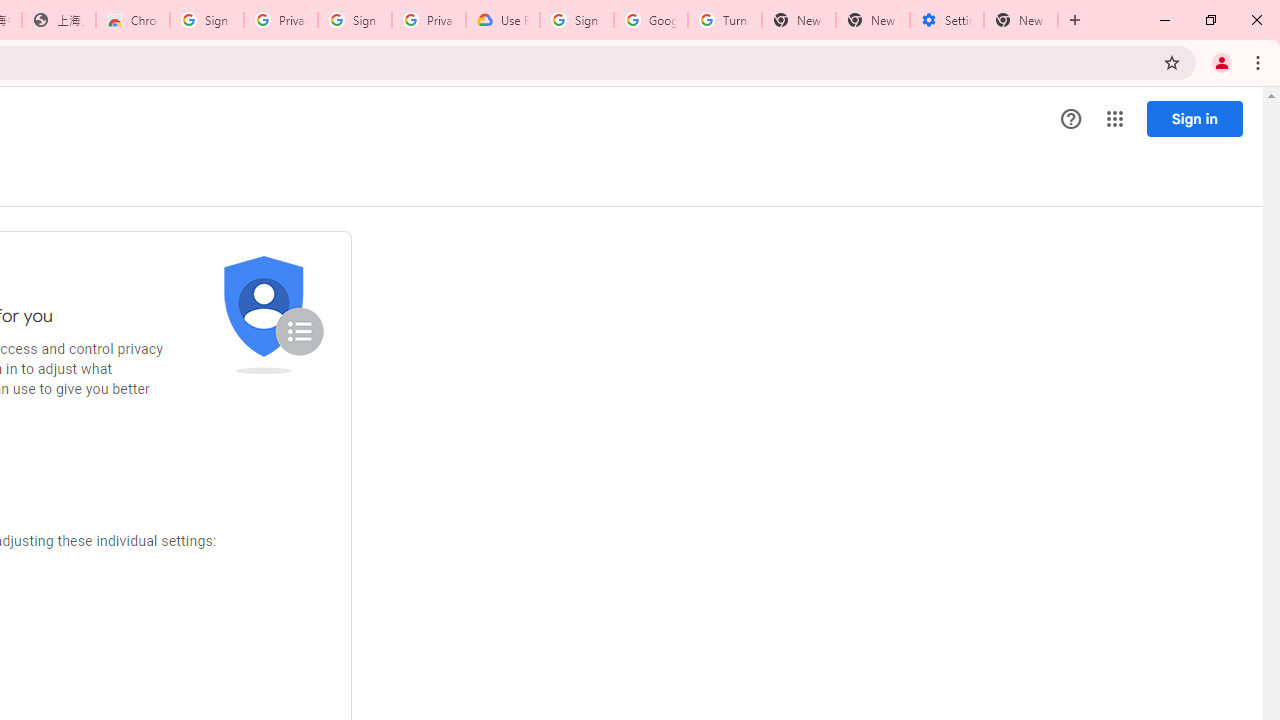  What do you see at coordinates (723, 20) in the screenshot?
I see `'Turn cookies on or off - Computer - Google Account Help'` at bounding box center [723, 20].